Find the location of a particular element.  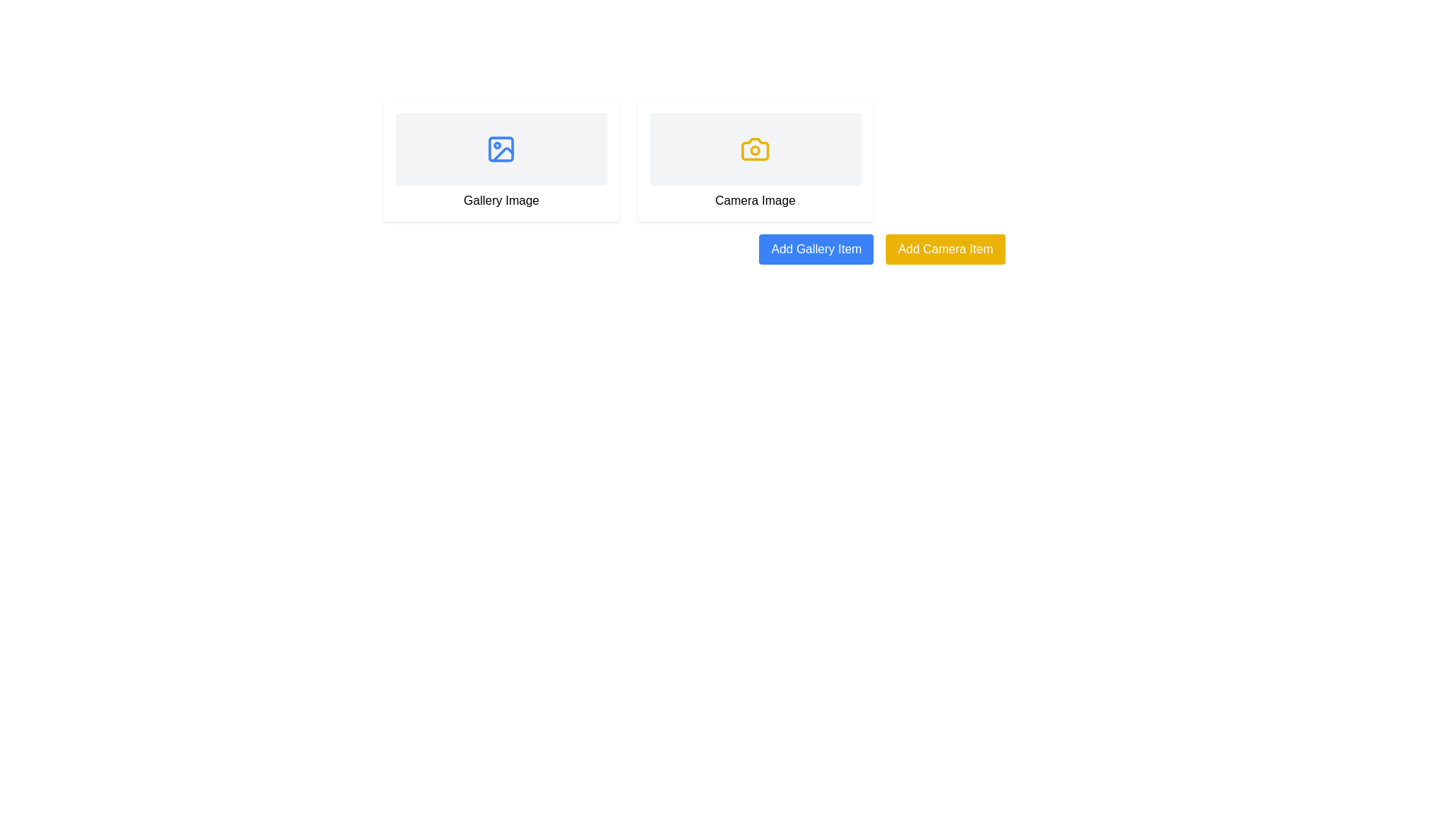

the rounded rectangle element nested within the blue image icon in the 'Gallery Image' card, which is located at the top-left corner of the interface is located at coordinates (501, 149).